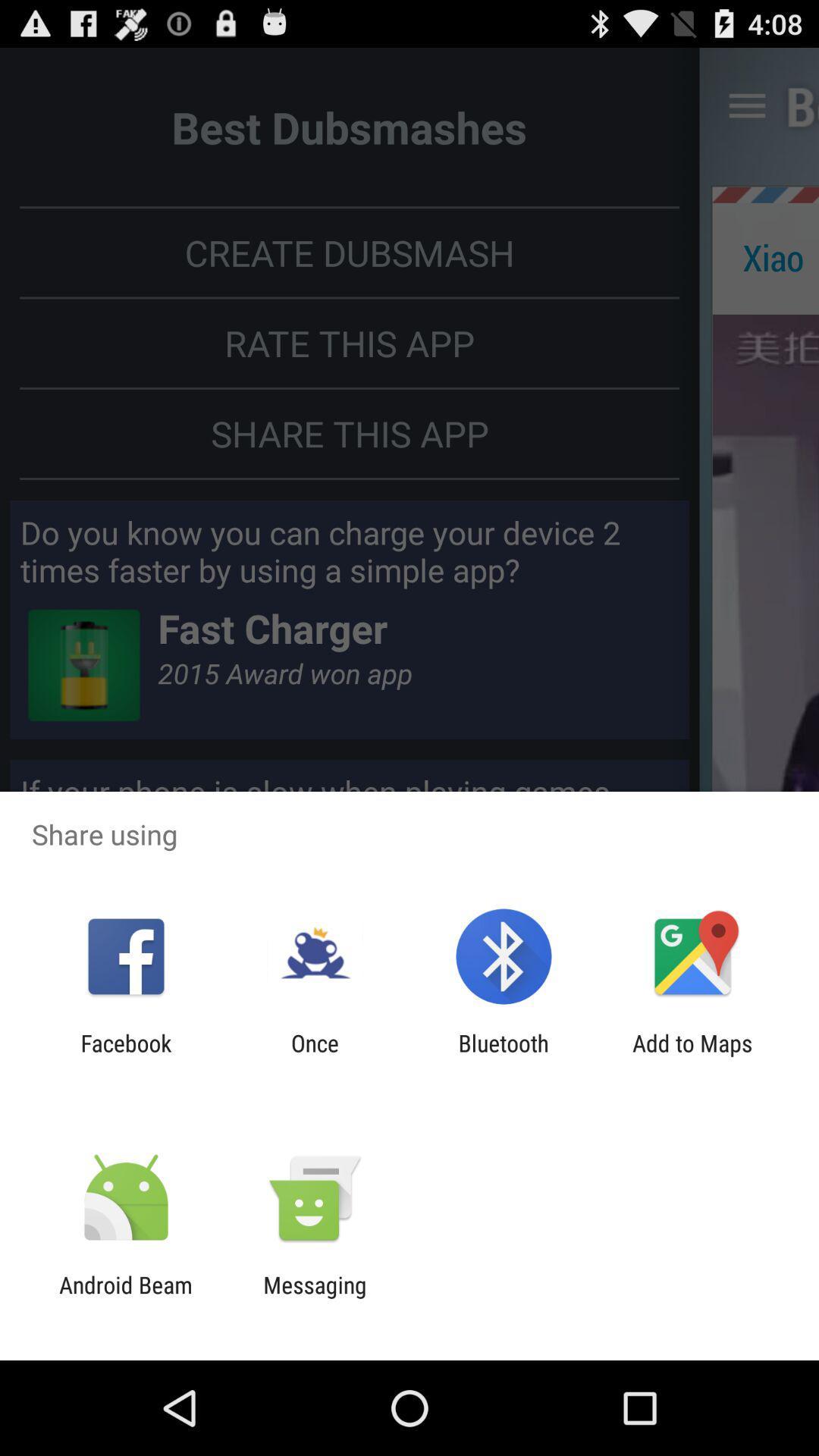 The image size is (819, 1456). Describe the element at coordinates (125, 1298) in the screenshot. I see `the icon to the left of messaging app` at that location.